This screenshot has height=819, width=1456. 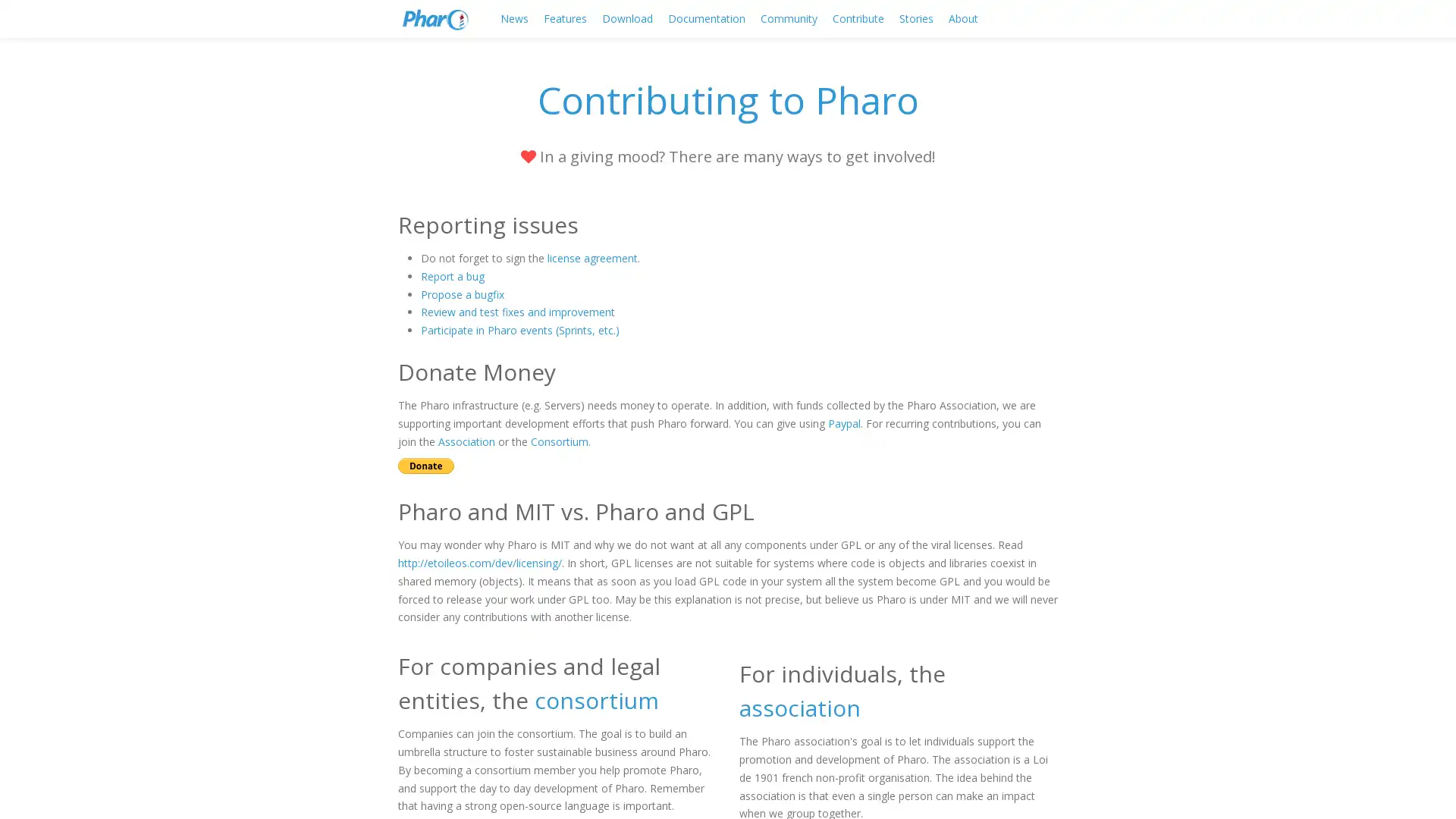 What do you see at coordinates (425, 465) in the screenshot?
I see `PayPal - The safer, easier way to pay online!` at bounding box center [425, 465].